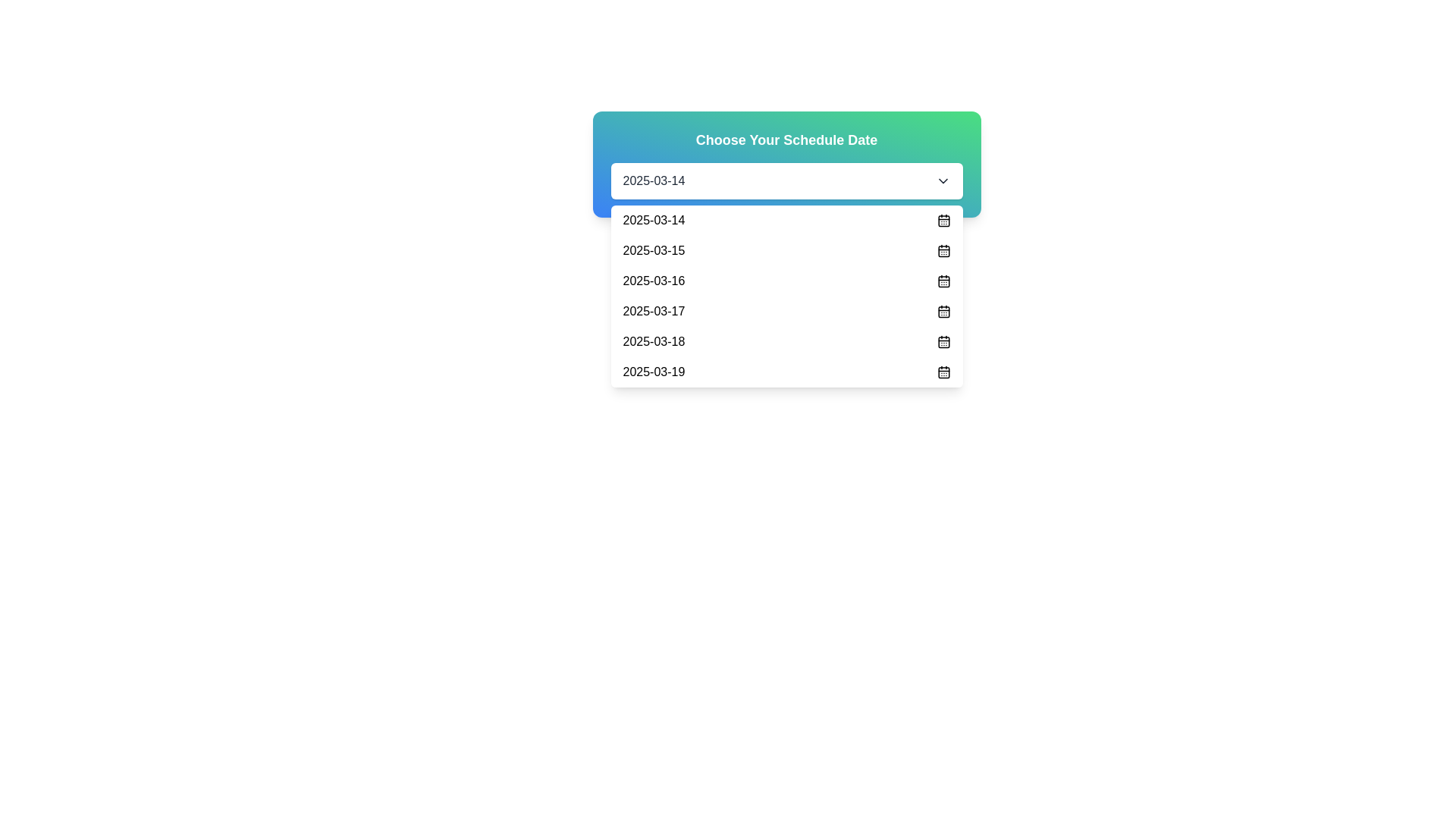  Describe the element at coordinates (943, 372) in the screenshot. I see `the calendar icon located to the immediate right of the text '2025-03-19' in the dropdown list` at that location.